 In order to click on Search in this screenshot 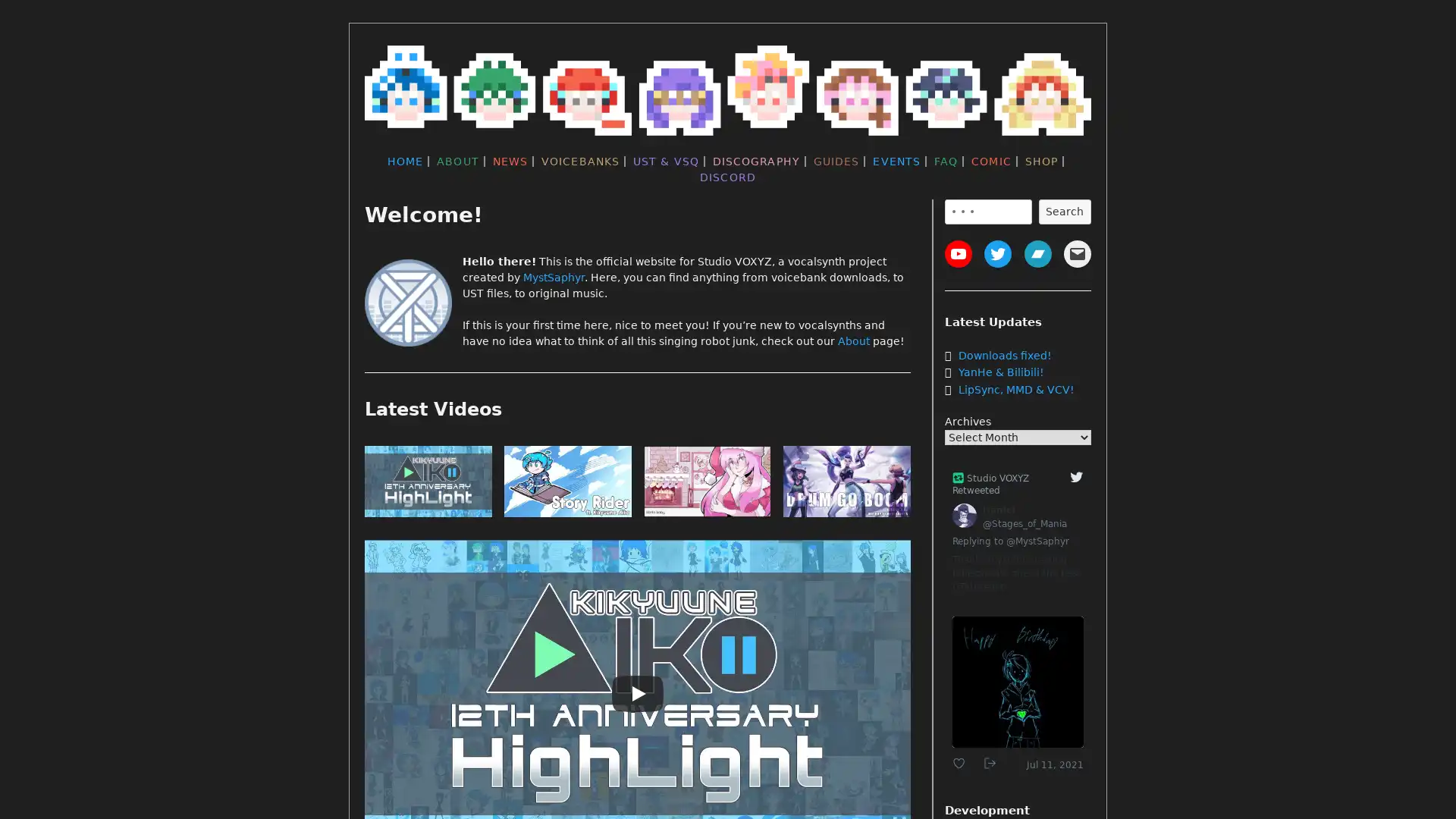, I will do `click(1063, 211)`.